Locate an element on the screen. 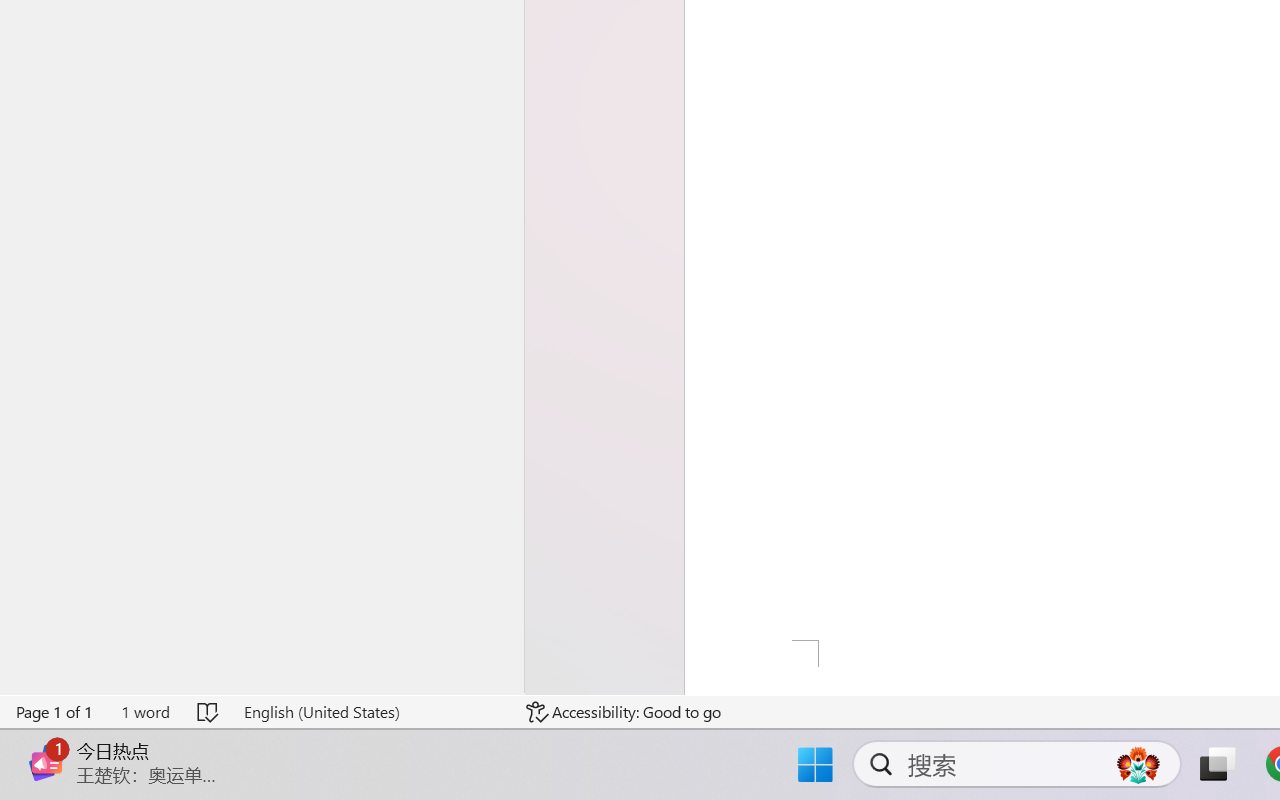 The image size is (1280, 800). 'Class: Image' is located at coordinates (46, 762).